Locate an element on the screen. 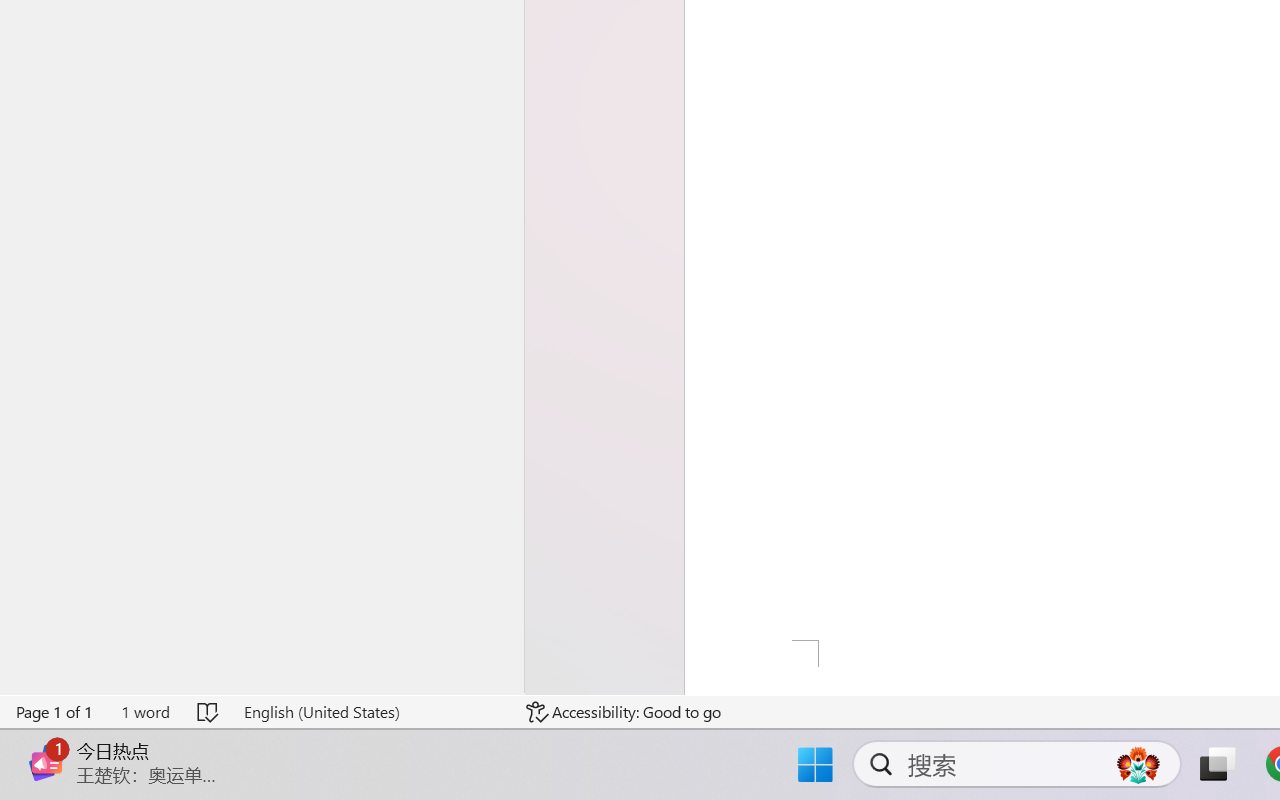 The image size is (1280, 800). 'Class: Image' is located at coordinates (46, 762).